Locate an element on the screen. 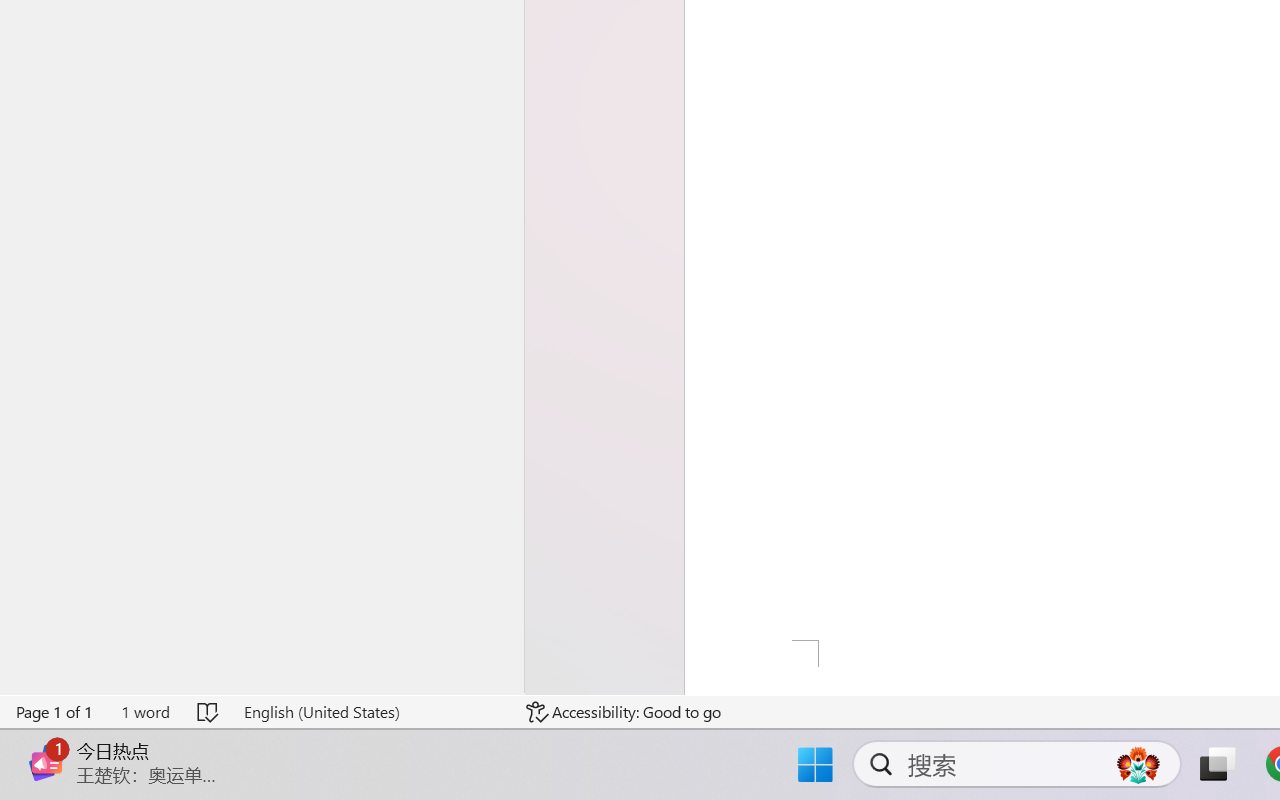 The image size is (1280, 800). 'Class: Image' is located at coordinates (46, 762).